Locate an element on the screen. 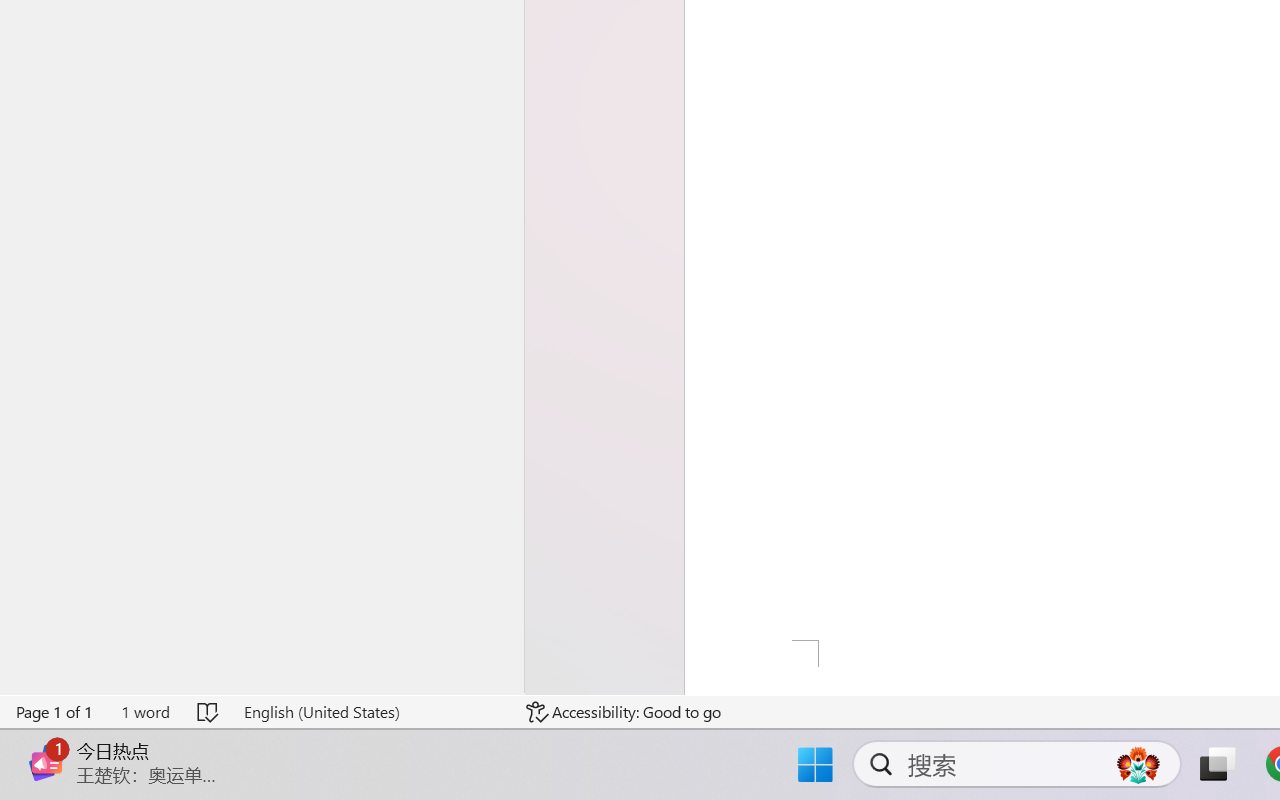 The image size is (1280, 800). 'Class: Image' is located at coordinates (46, 762).